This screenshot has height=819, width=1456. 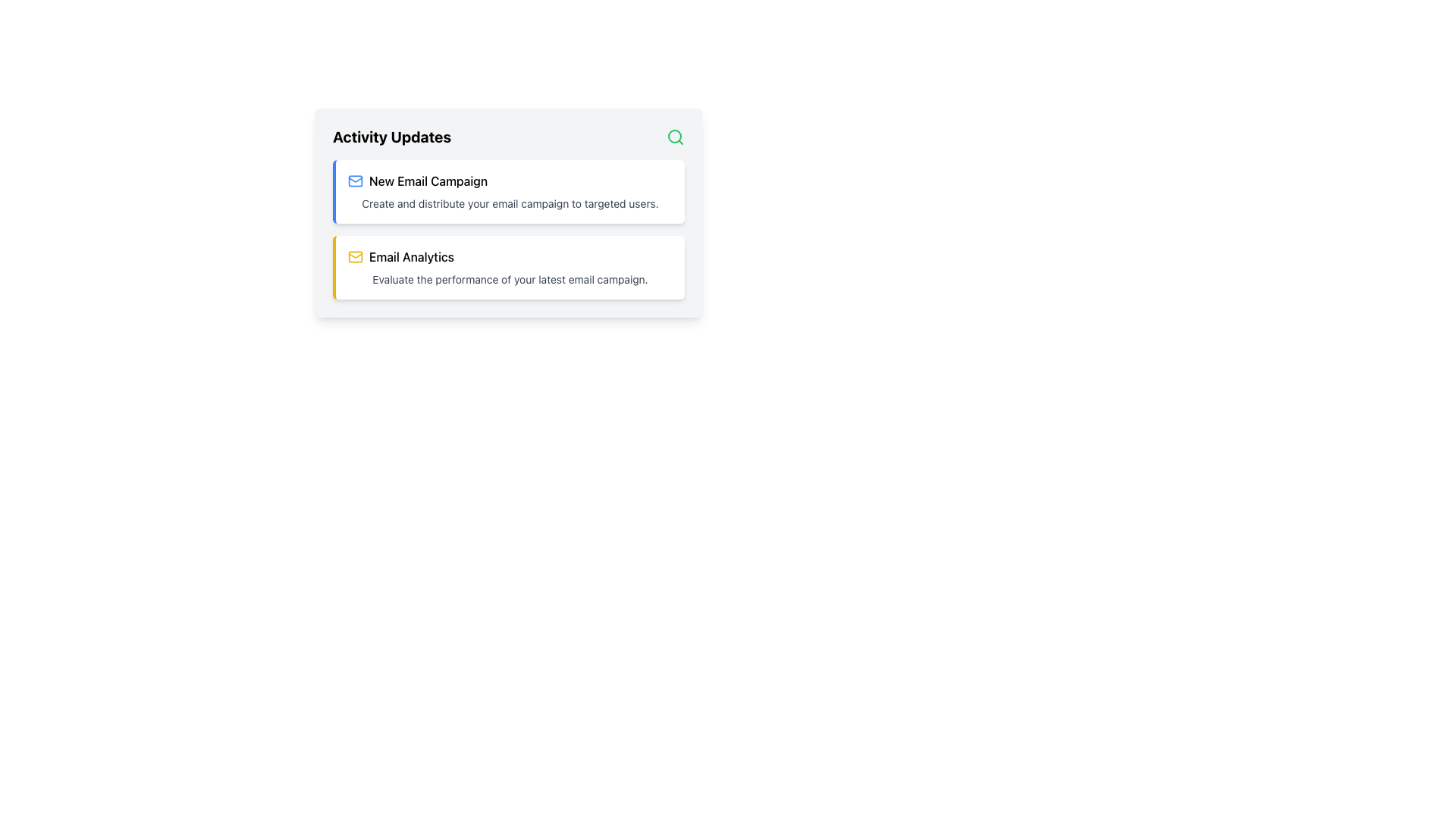 What do you see at coordinates (510, 203) in the screenshot?
I see `the text element containing 'Create and distribute your email campaign to targeted users.' which is located directly below the 'New Email Campaign' title in a card with a blue left border` at bounding box center [510, 203].